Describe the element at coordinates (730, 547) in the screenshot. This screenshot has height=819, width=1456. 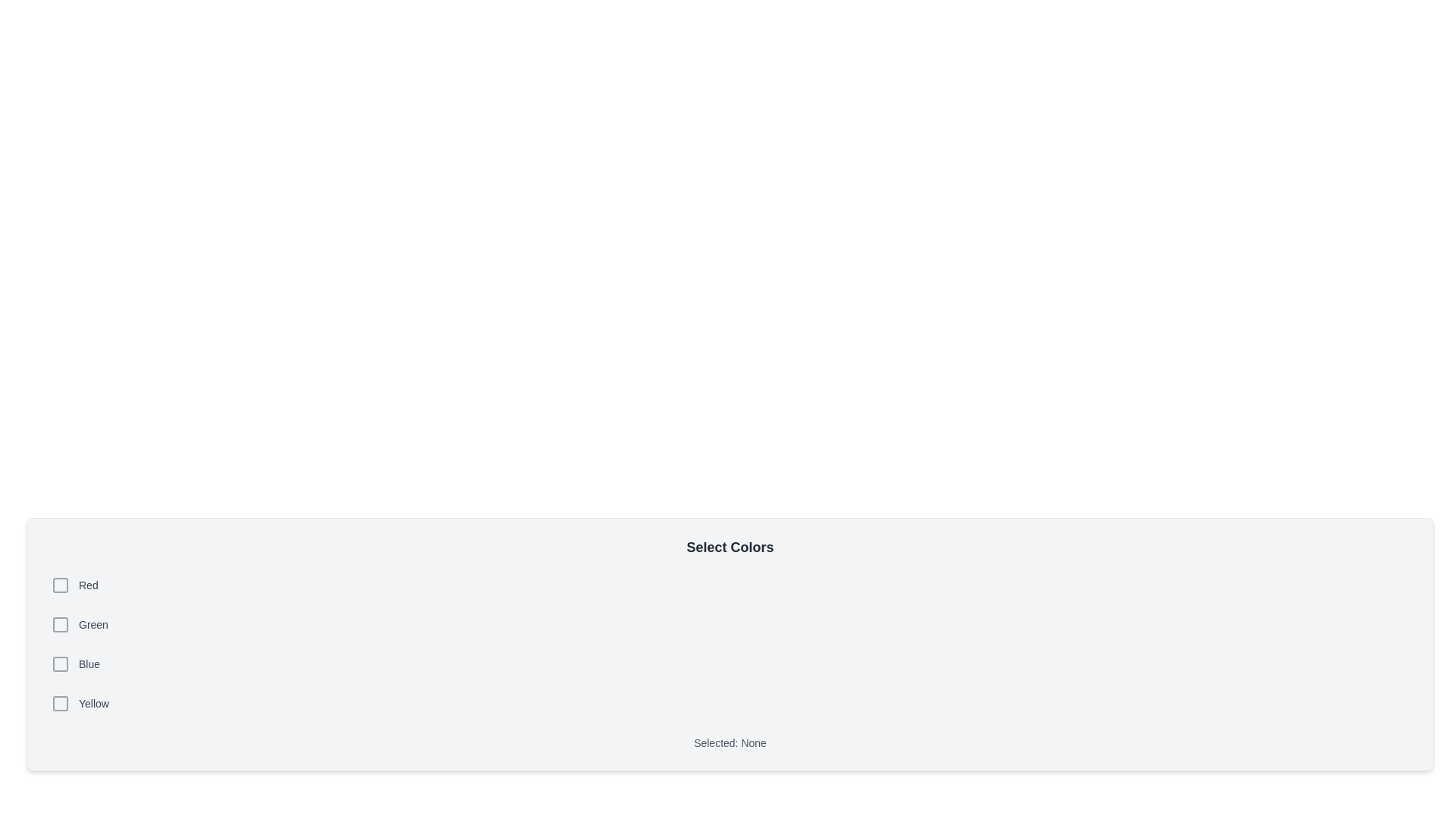
I see `the bold text header labeled 'Select Colors', which is centered at the top of the options section for selecting colors` at that location.